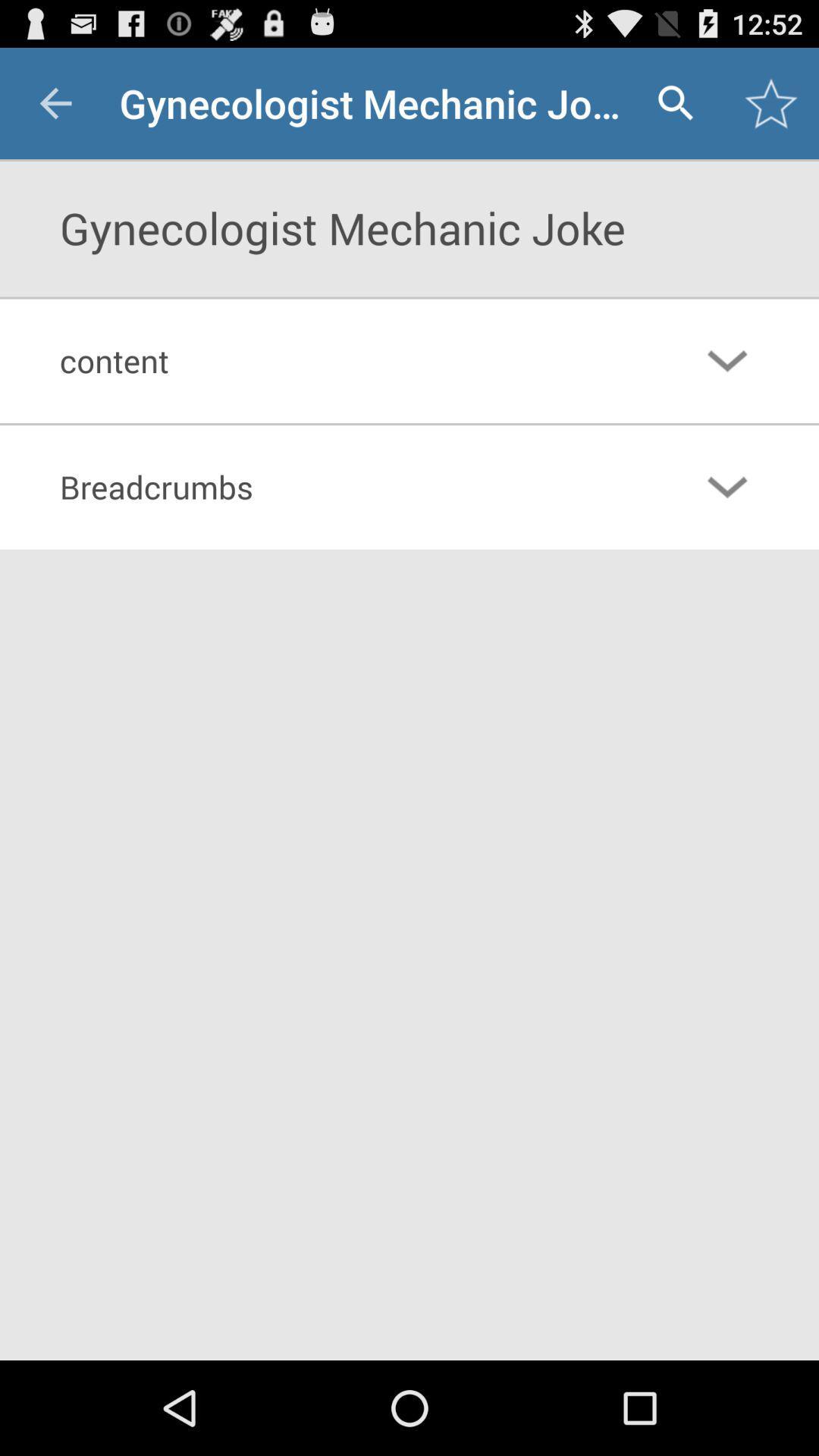 This screenshot has width=819, height=1456. Describe the element at coordinates (675, 102) in the screenshot. I see `the app to the right of gynecologist mechanic joke icon` at that location.